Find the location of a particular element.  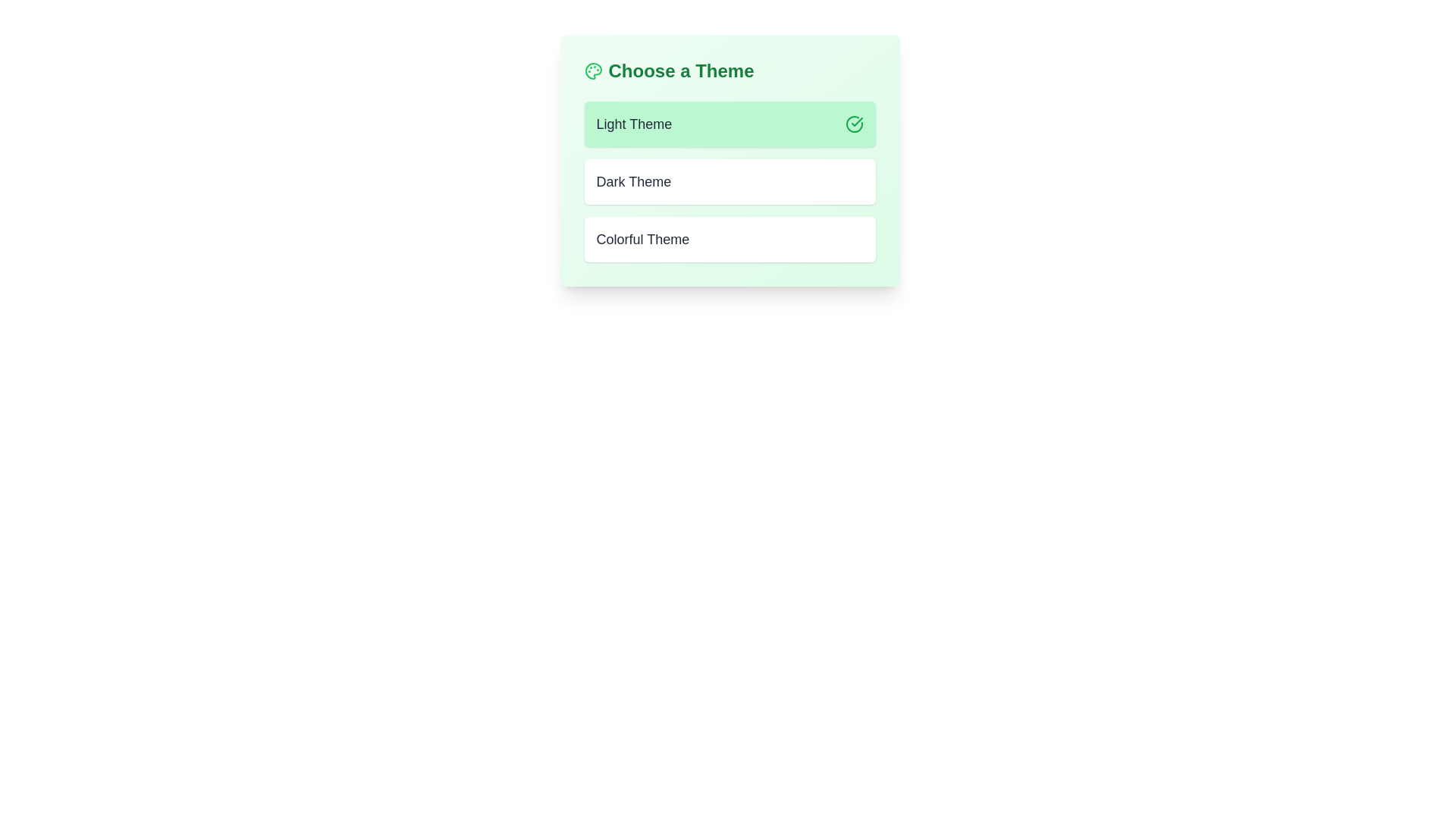

the Dark Theme label text element, which is located in the middle section of the theme selection interface, positioned between the Light Theme and Colorful Theme options is located at coordinates (633, 180).